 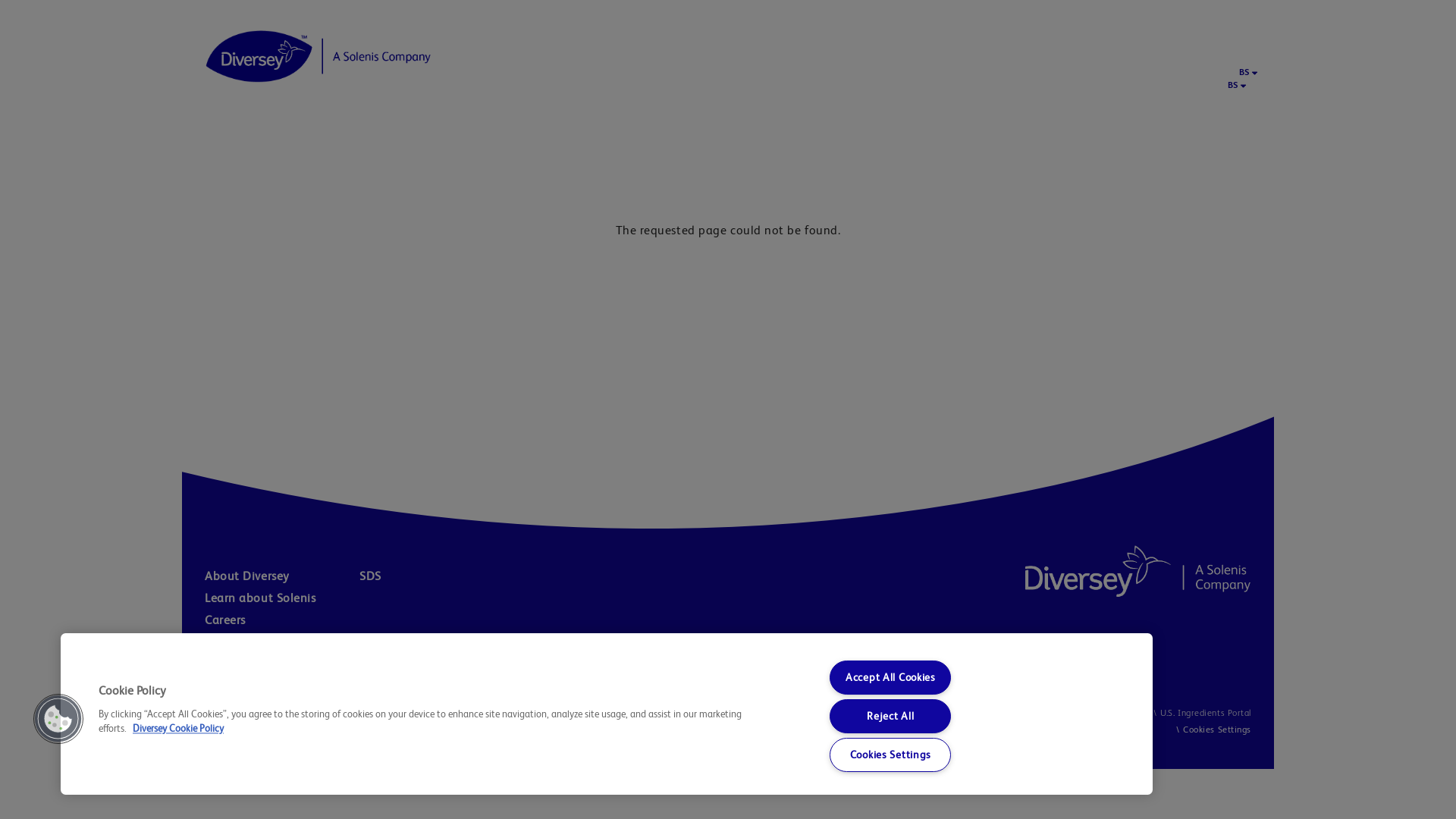 What do you see at coordinates (318, 55) in the screenshot?
I see `'Home'` at bounding box center [318, 55].